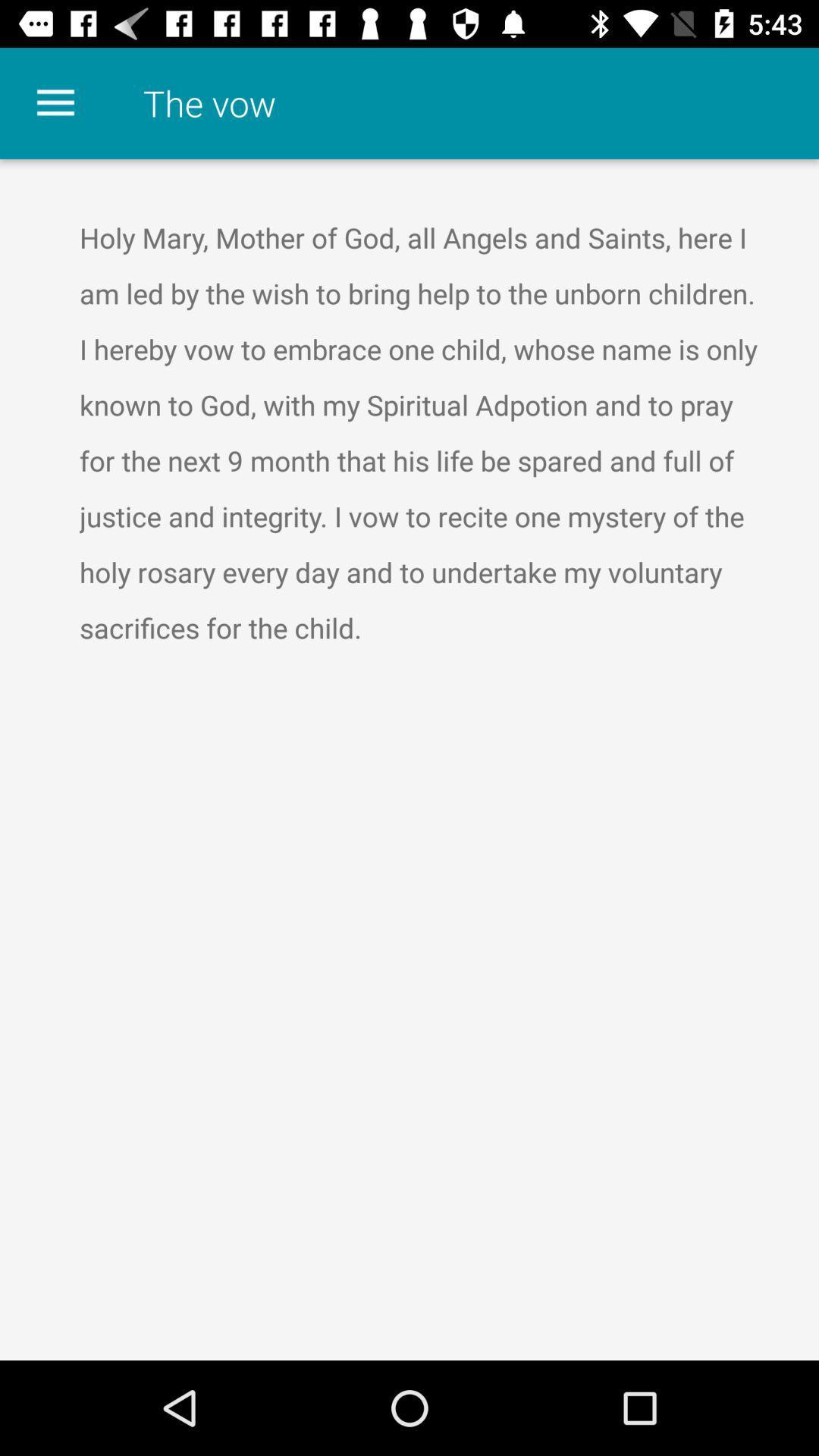  I want to click on the icon above the holy mary mother, so click(55, 102).